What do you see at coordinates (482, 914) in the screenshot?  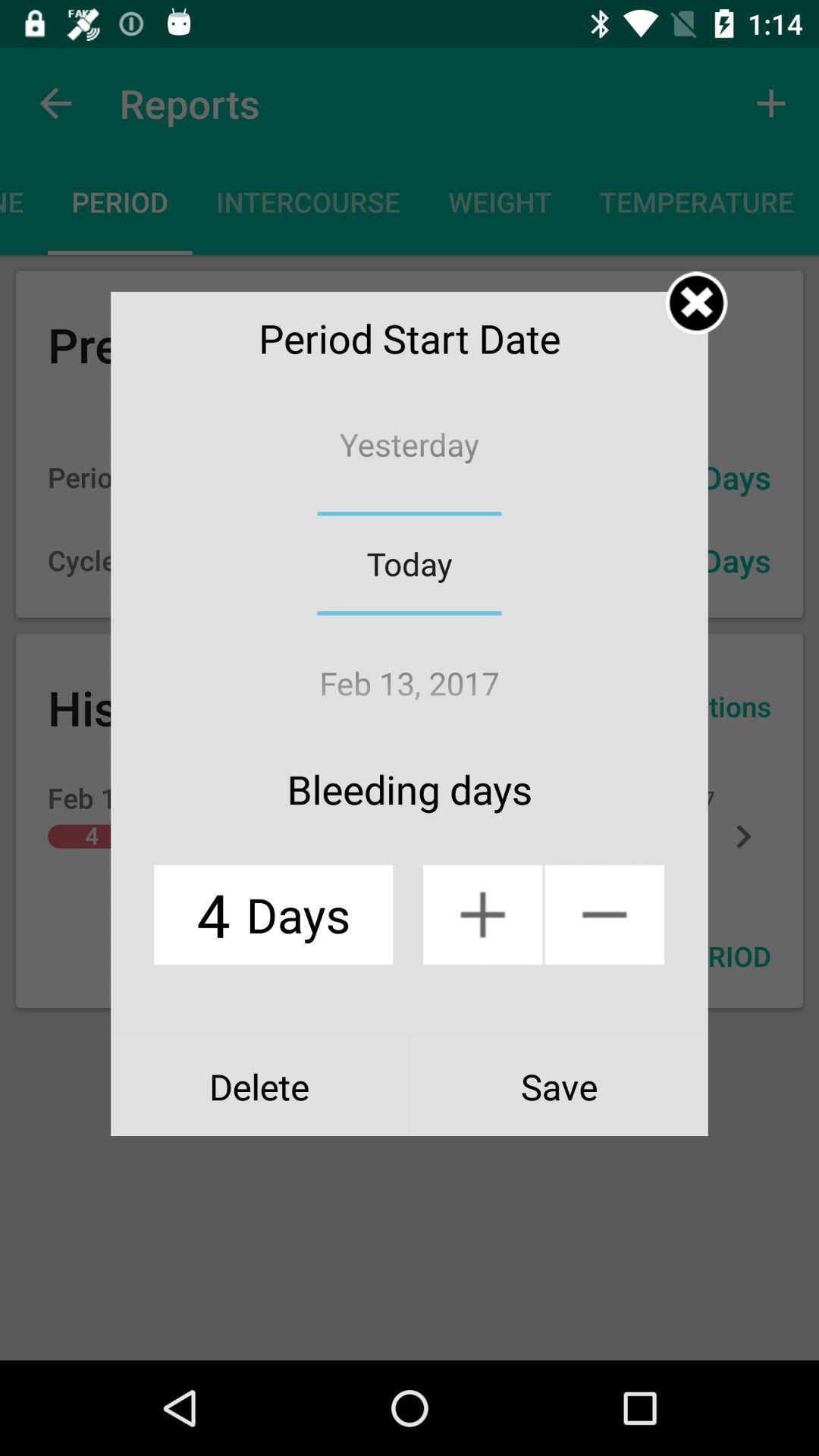 I see `one day` at bounding box center [482, 914].